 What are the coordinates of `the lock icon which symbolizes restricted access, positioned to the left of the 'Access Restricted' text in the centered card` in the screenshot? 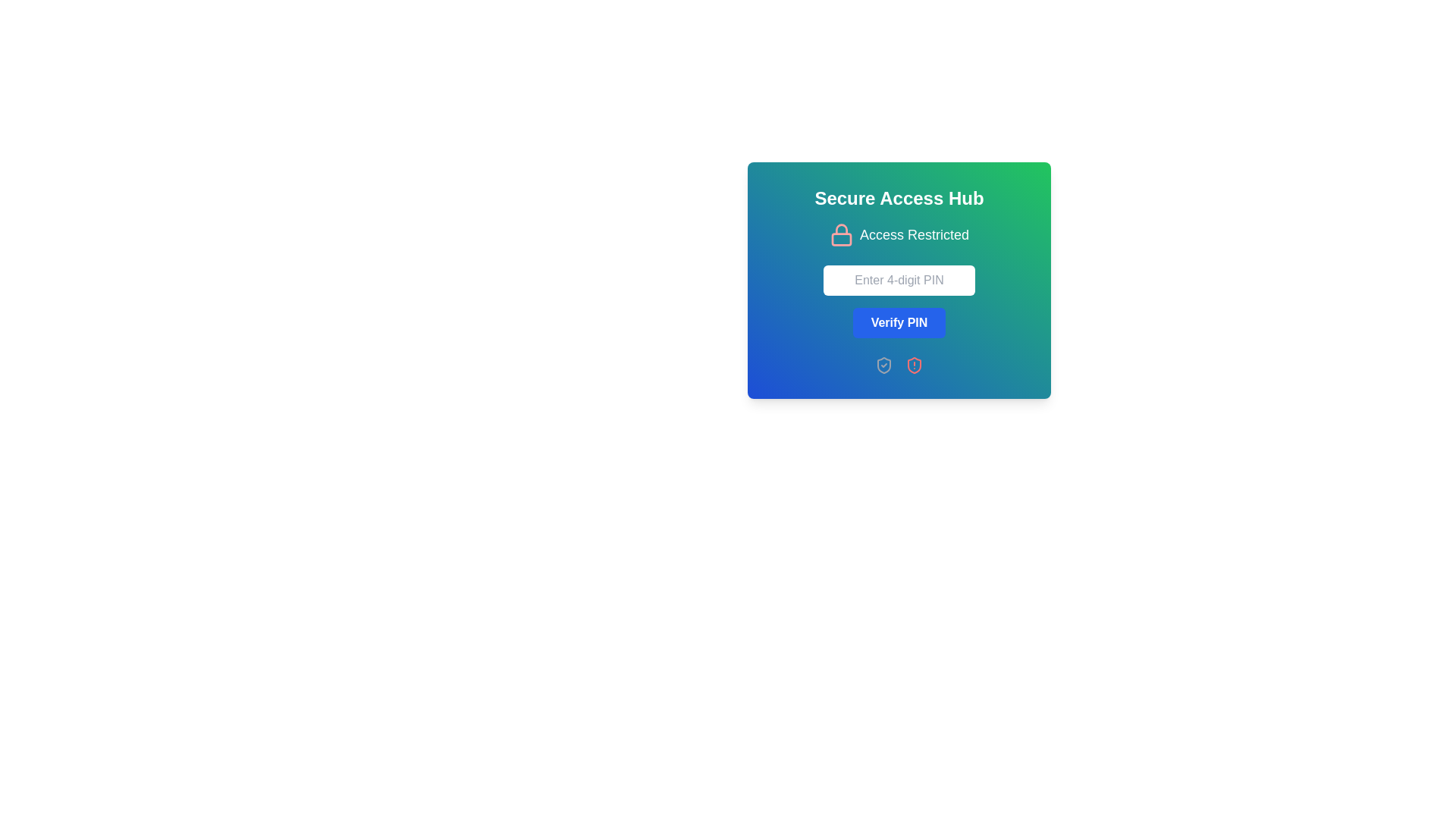 It's located at (840, 234).